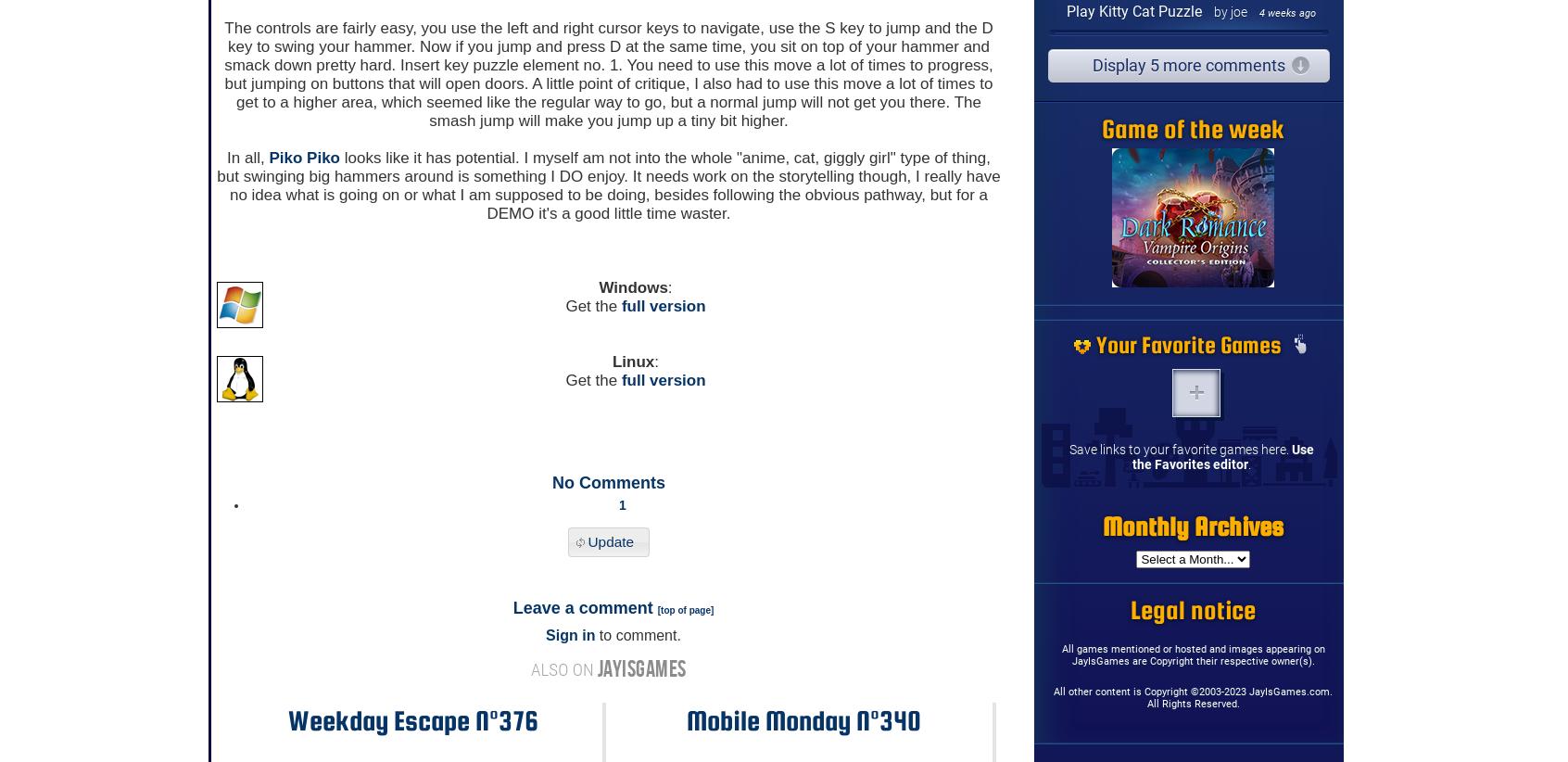  I want to click on '.', so click(1249, 463).